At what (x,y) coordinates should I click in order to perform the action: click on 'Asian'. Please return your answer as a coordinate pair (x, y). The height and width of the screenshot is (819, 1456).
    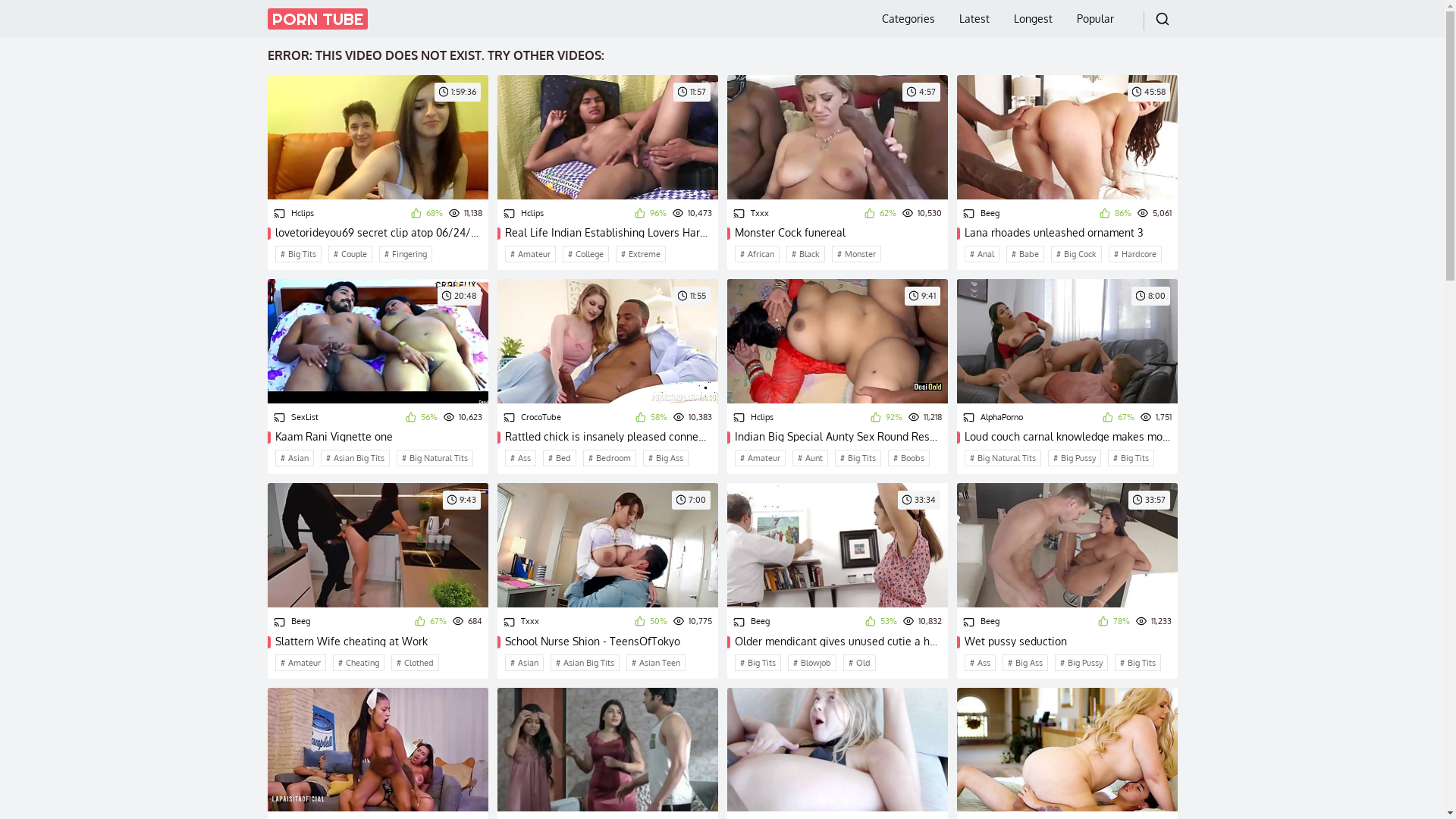
    Looking at the image, I should click on (293, 457).